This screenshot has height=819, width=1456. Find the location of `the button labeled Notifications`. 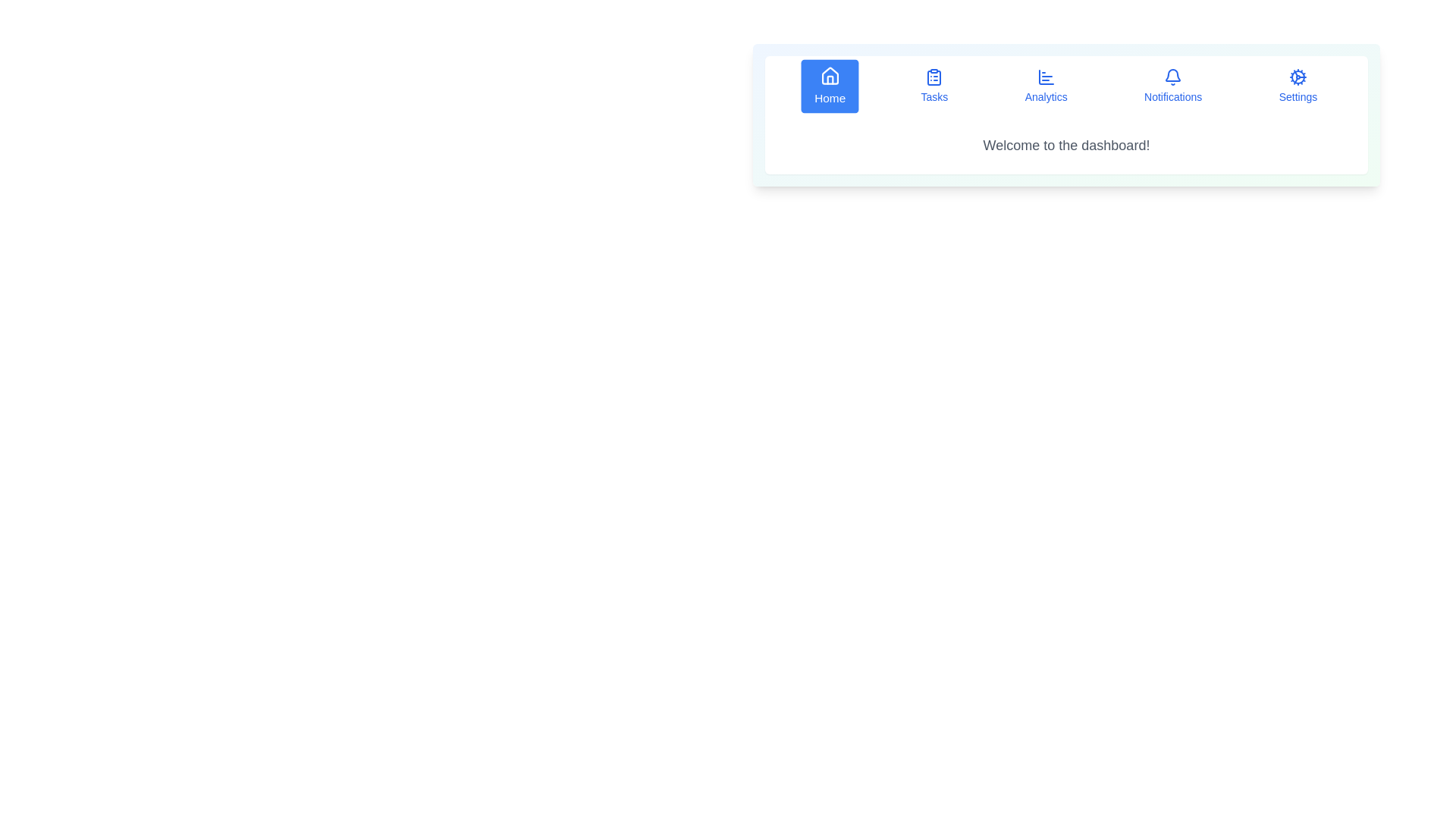

the button labeled Notifications is located at coordinates (1172, 86).